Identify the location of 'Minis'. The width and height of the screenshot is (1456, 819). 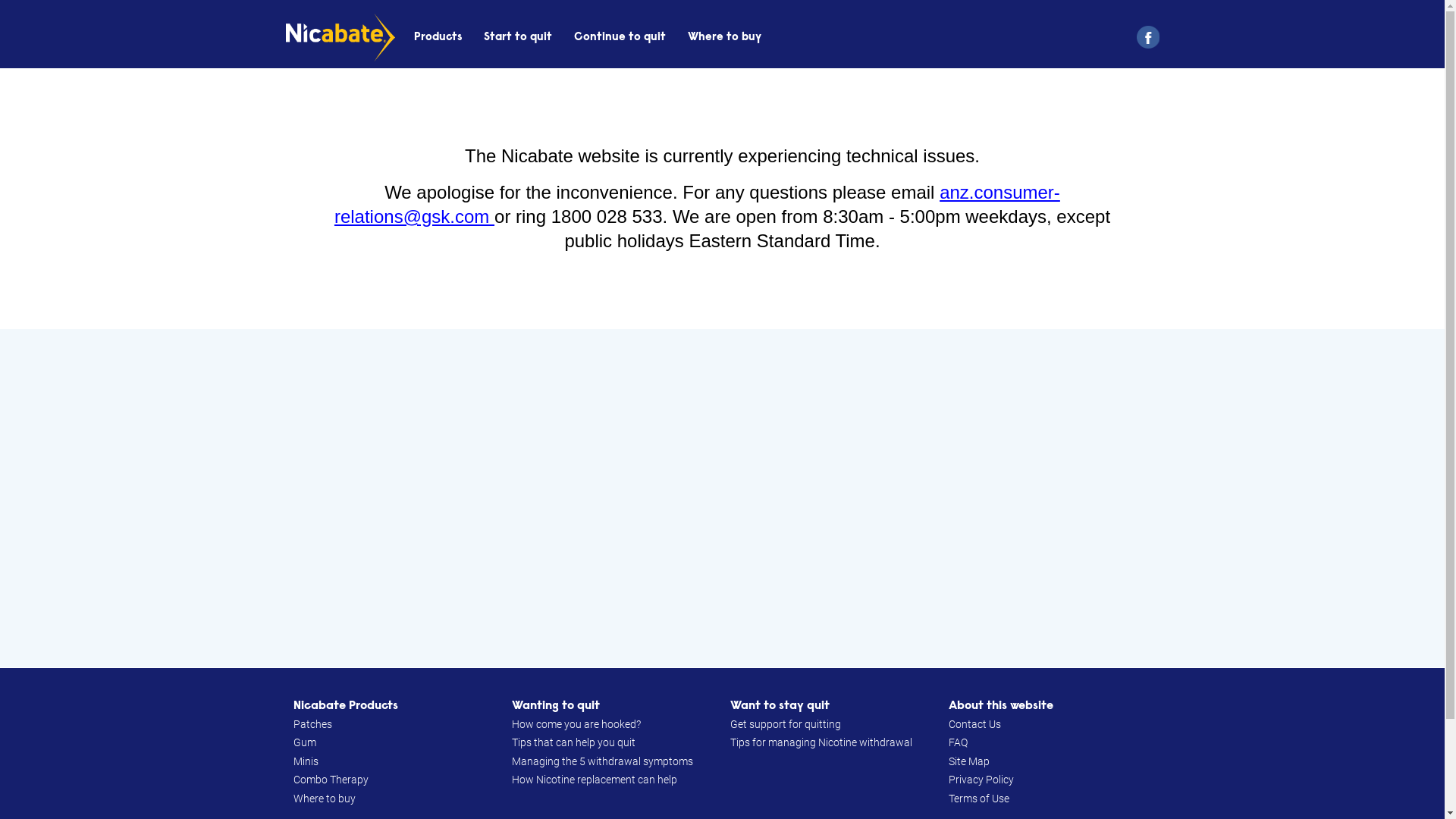
(304, 761).